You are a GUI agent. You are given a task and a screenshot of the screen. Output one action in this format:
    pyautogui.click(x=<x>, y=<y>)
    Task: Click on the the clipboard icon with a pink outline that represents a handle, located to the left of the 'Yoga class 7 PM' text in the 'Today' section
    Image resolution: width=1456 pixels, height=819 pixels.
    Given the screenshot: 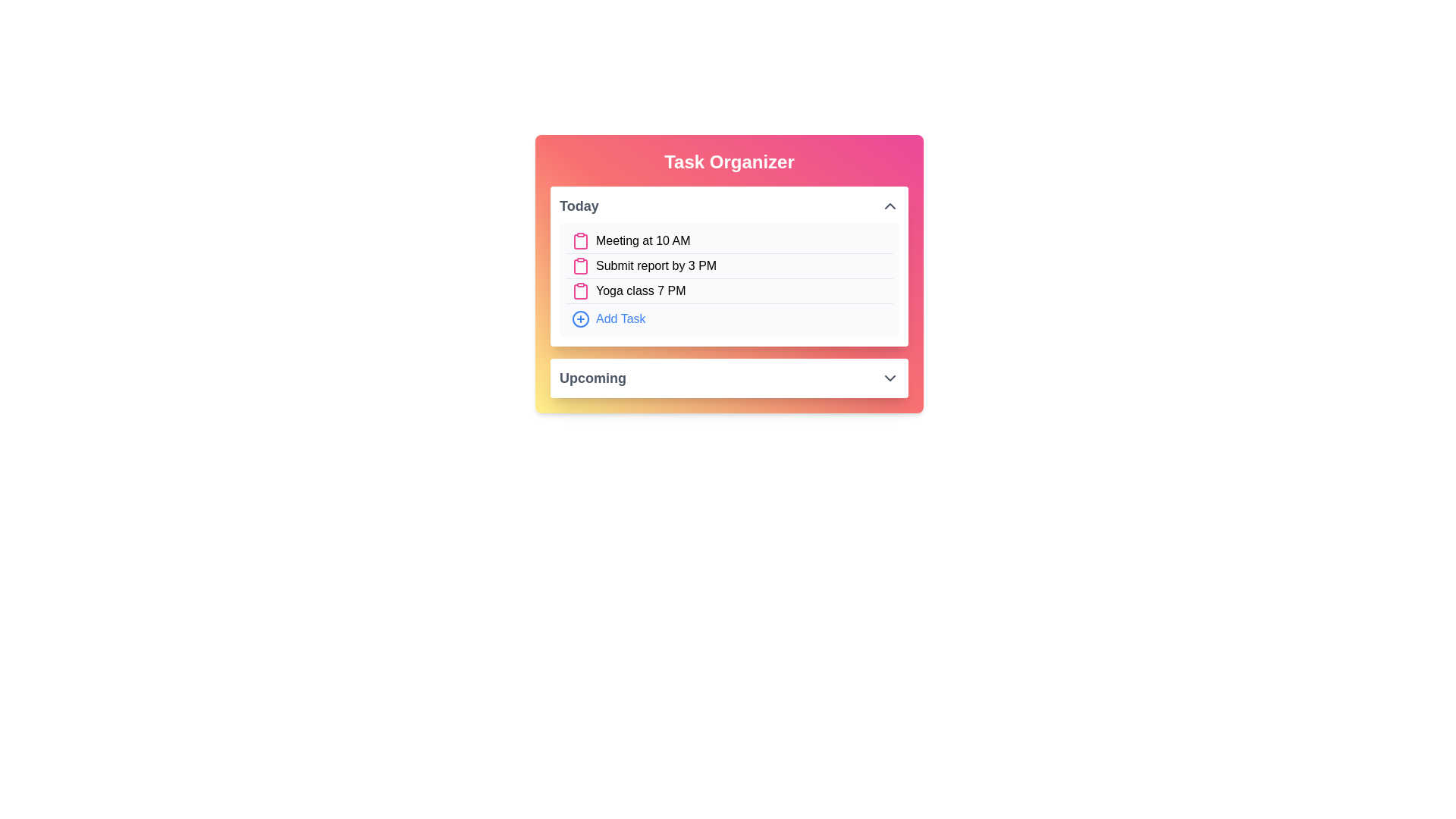 What is the action you would take?
    pyautogui.click(x=580, y=291)
    